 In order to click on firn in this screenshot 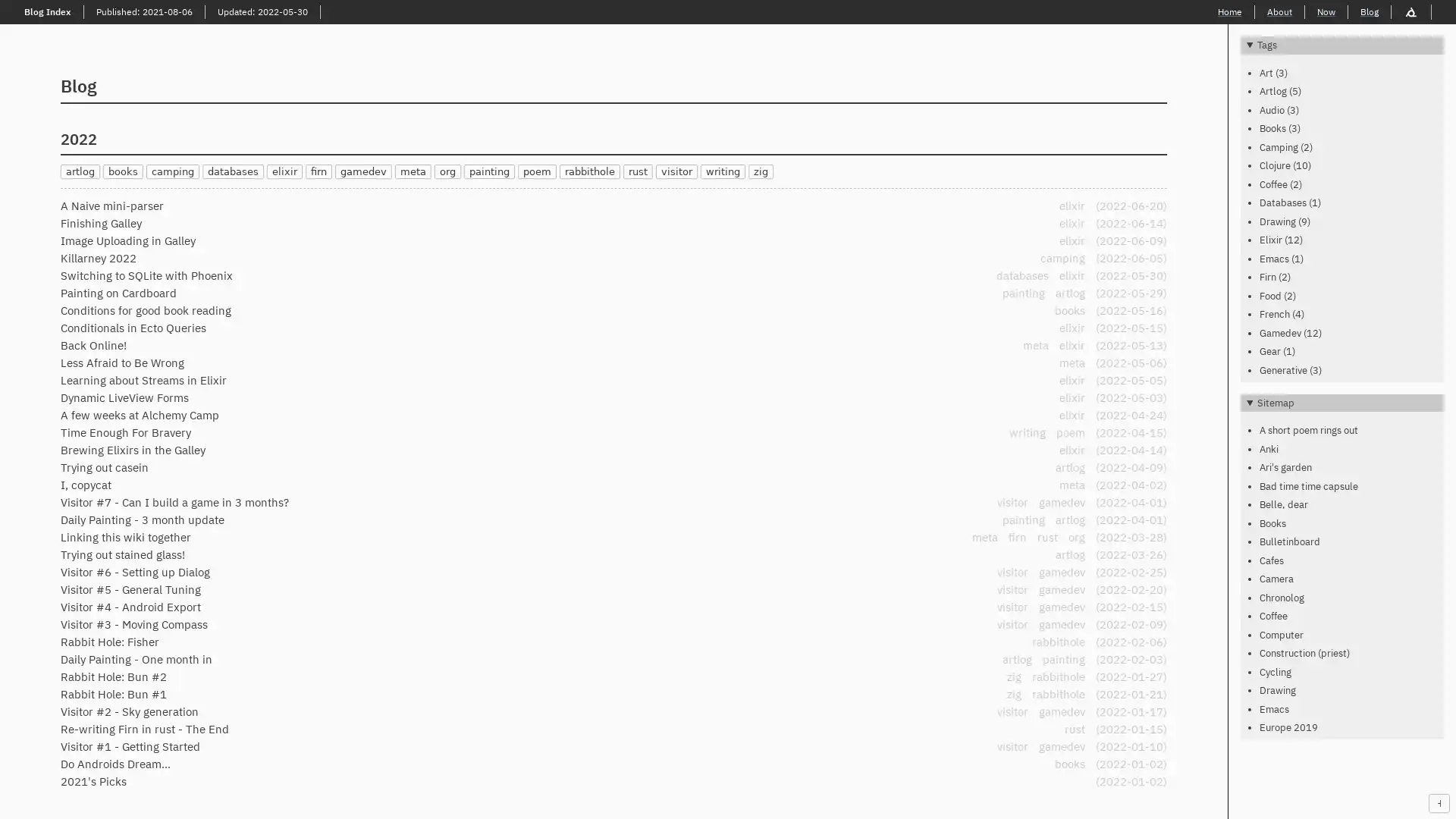, I will do `click(318, 171)`.